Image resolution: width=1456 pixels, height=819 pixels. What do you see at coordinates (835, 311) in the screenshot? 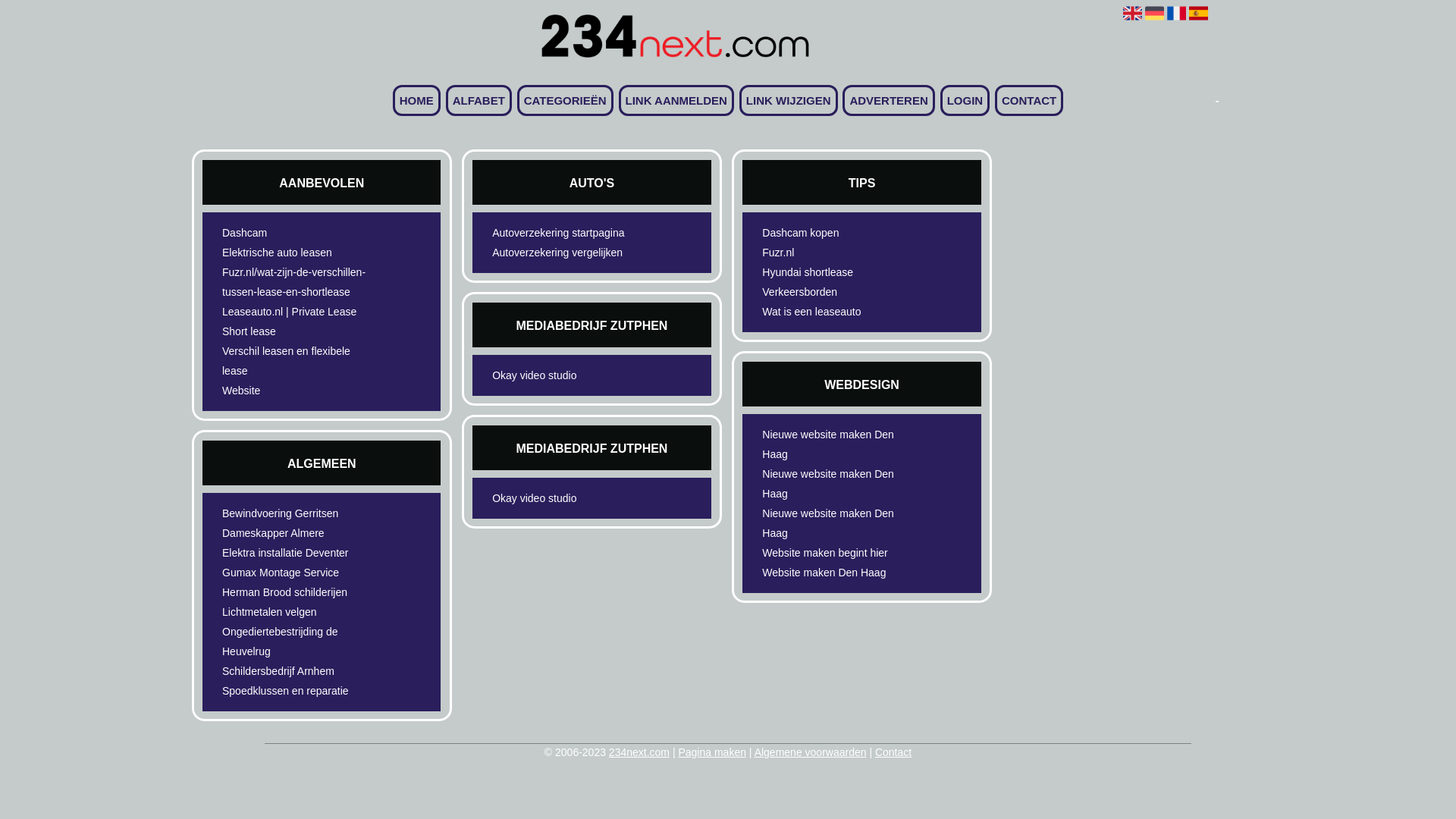
I see `'Wat is een leaseauto'` at bounding box center [835, 311].